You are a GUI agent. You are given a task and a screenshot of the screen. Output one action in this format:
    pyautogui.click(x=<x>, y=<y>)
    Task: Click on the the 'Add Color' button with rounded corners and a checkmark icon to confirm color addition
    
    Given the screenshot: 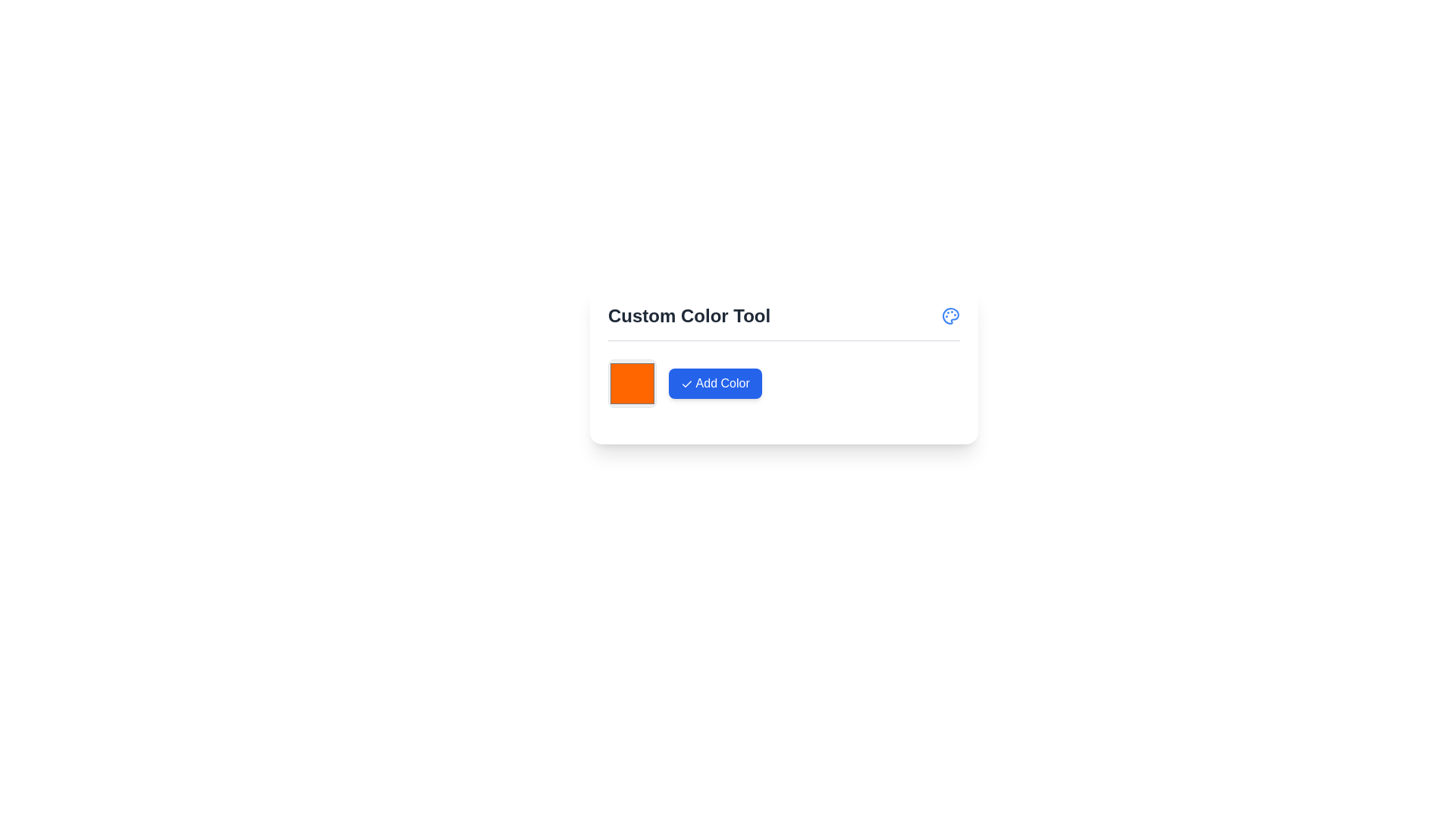 What is the action you would take?
    pyautogui.click(x=714, y=382)
    